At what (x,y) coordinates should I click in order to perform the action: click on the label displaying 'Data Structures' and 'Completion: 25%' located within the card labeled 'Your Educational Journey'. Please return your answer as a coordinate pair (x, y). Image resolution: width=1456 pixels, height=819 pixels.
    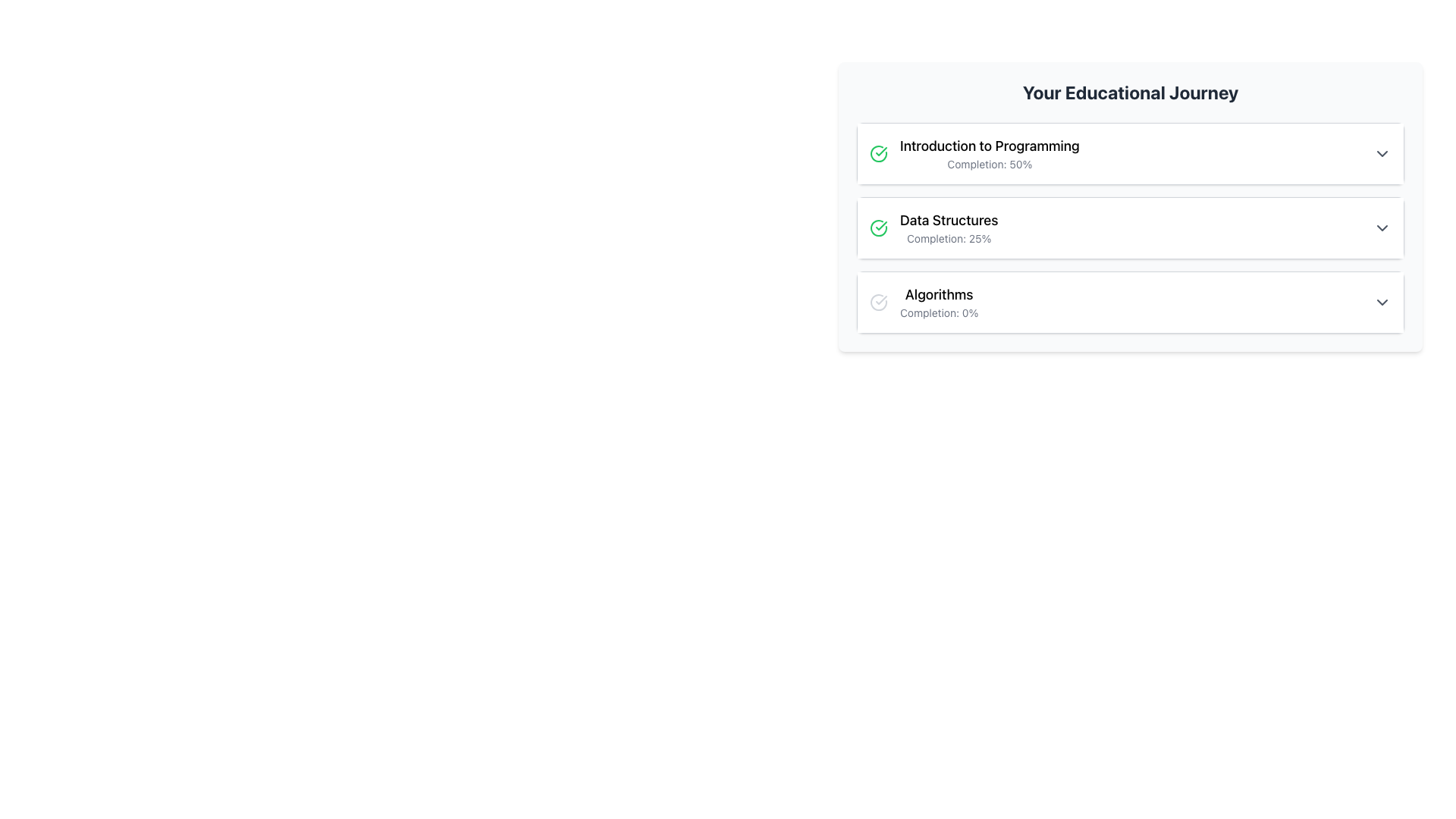
    Looking at the image, I should click on (948, 227).